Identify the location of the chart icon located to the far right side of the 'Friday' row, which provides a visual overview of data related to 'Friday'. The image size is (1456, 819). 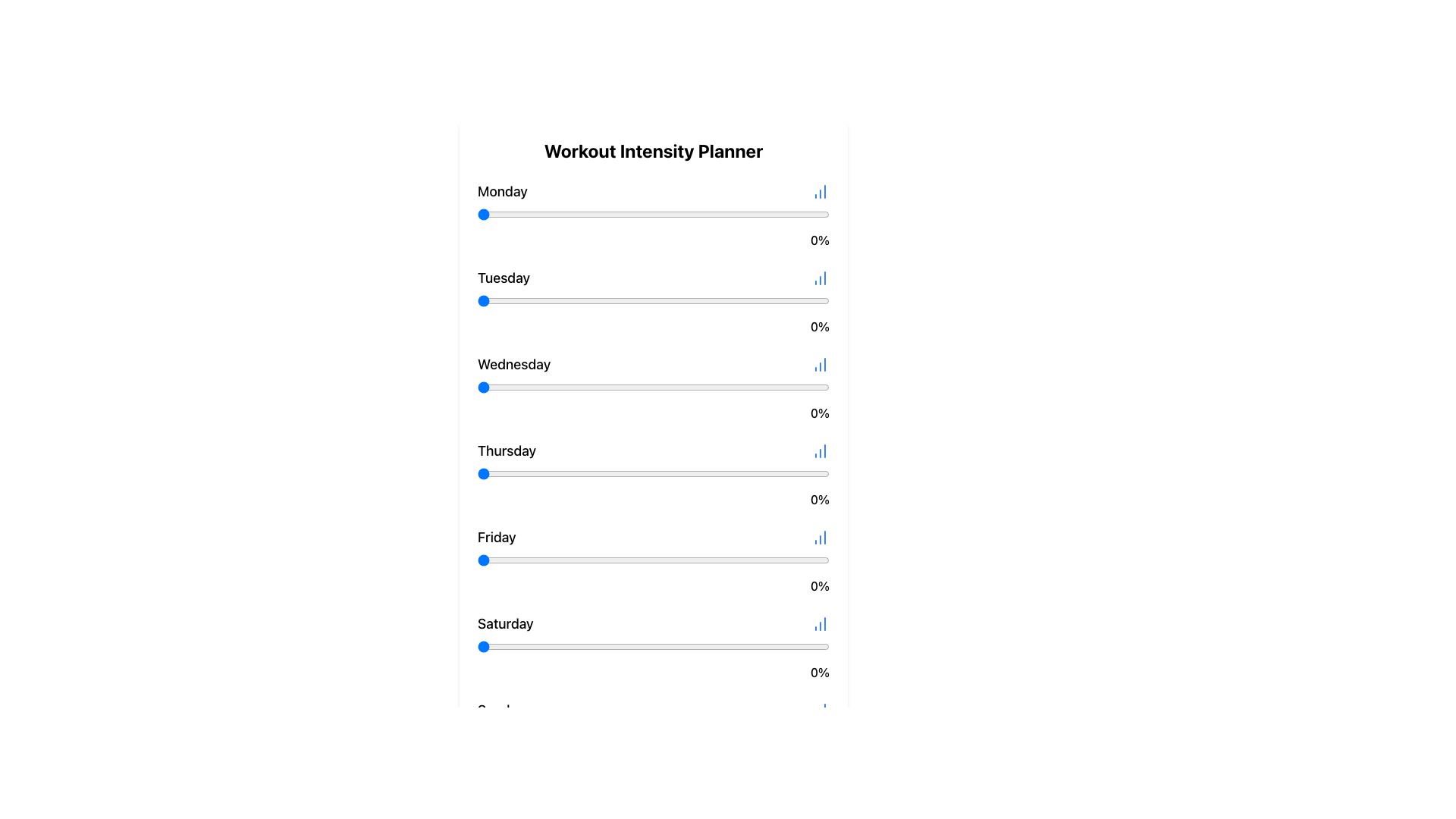
(819, 537).